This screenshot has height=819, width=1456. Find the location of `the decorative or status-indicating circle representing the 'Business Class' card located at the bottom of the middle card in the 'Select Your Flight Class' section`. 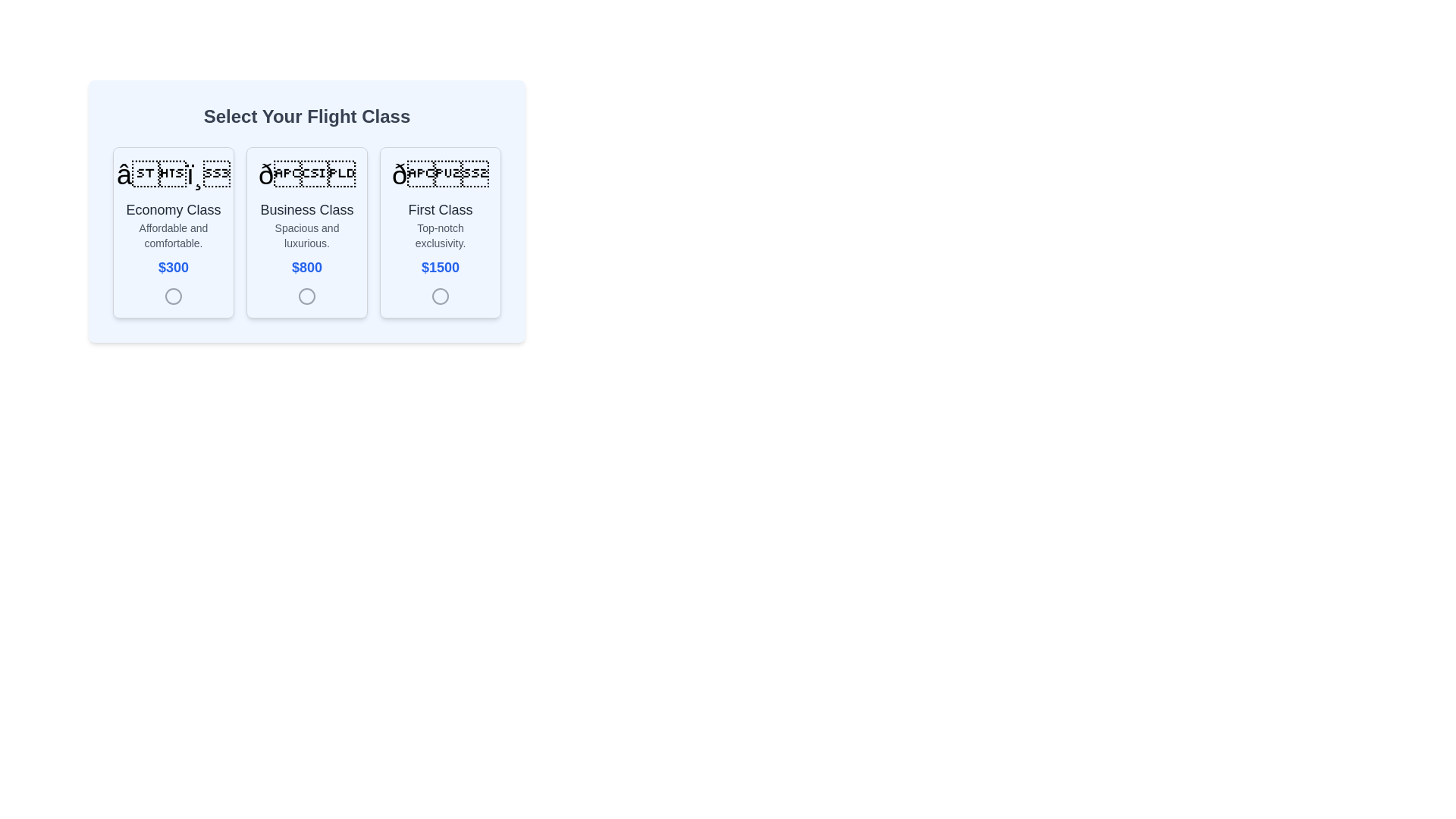

the decorative or status-indicating circle representing the 'Business Class' card located at the bottom of the middle card in the 'Select Your Flight Class' section is located at coordinates (306, 296).